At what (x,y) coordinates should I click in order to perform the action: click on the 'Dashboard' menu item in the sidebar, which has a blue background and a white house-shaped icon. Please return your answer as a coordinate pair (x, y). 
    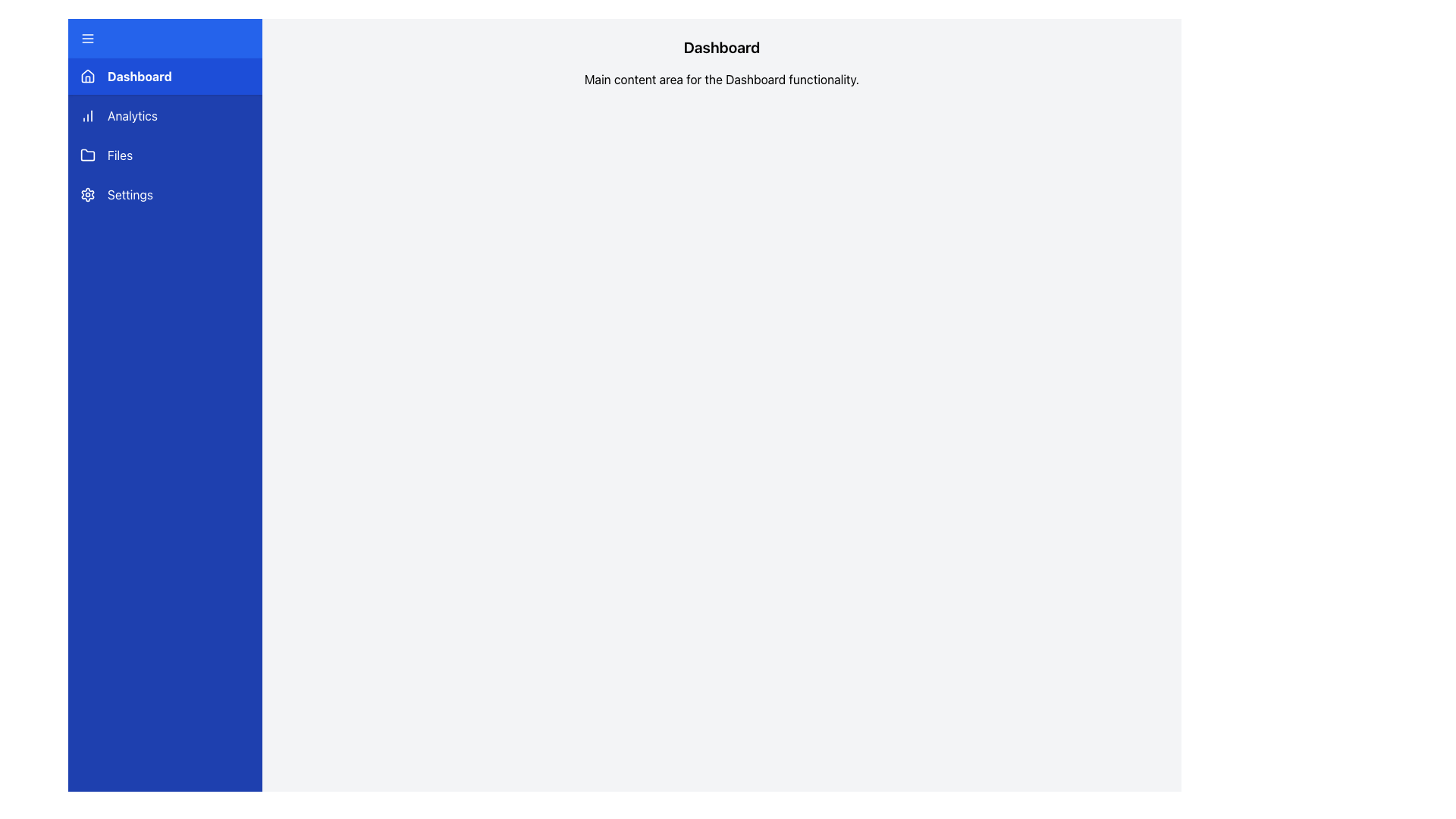
    Looking at the image, I should click on (165, 76).